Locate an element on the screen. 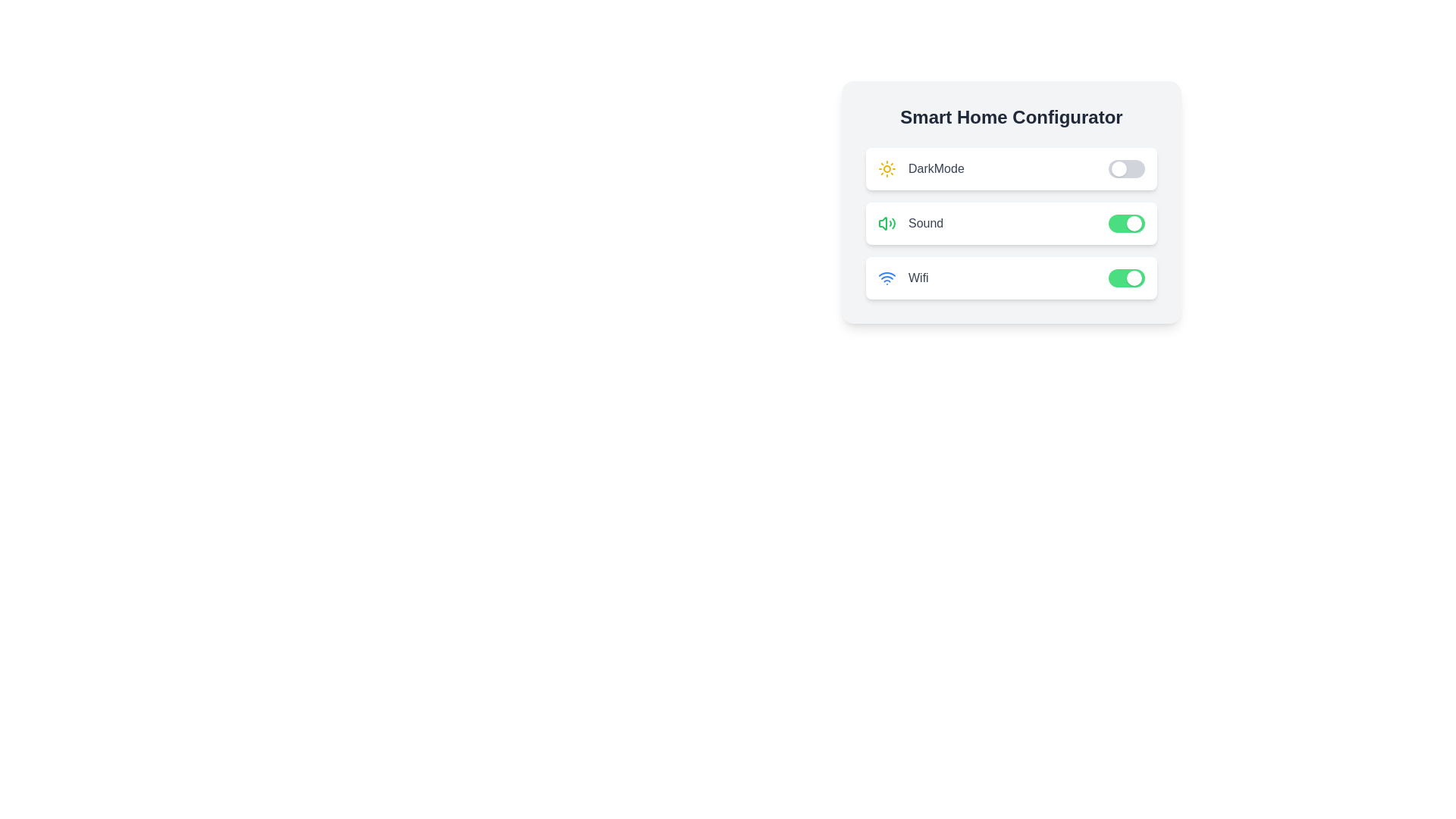  the Wi-Fi signal icon, which is colored blue and has an array of curved lines diminishing in size, located to the left of the 'WiFi' text is located at coordinates (887, 278).